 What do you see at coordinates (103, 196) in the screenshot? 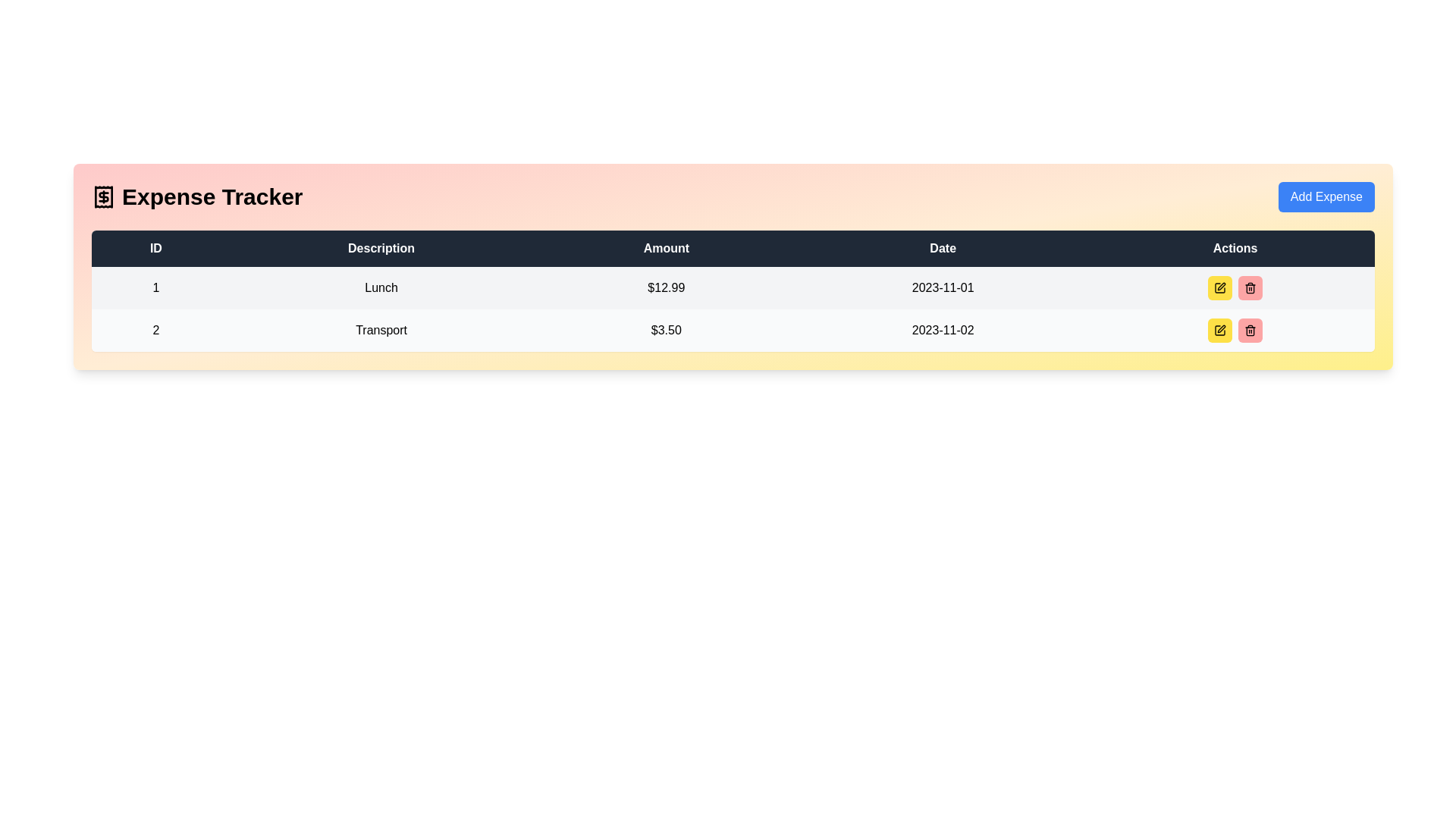
I see `the SVG icon resembling a receipt document with a dollar symbol, located before the 'Expense Tracker' title in the header section` at bounding box center [103, 196].